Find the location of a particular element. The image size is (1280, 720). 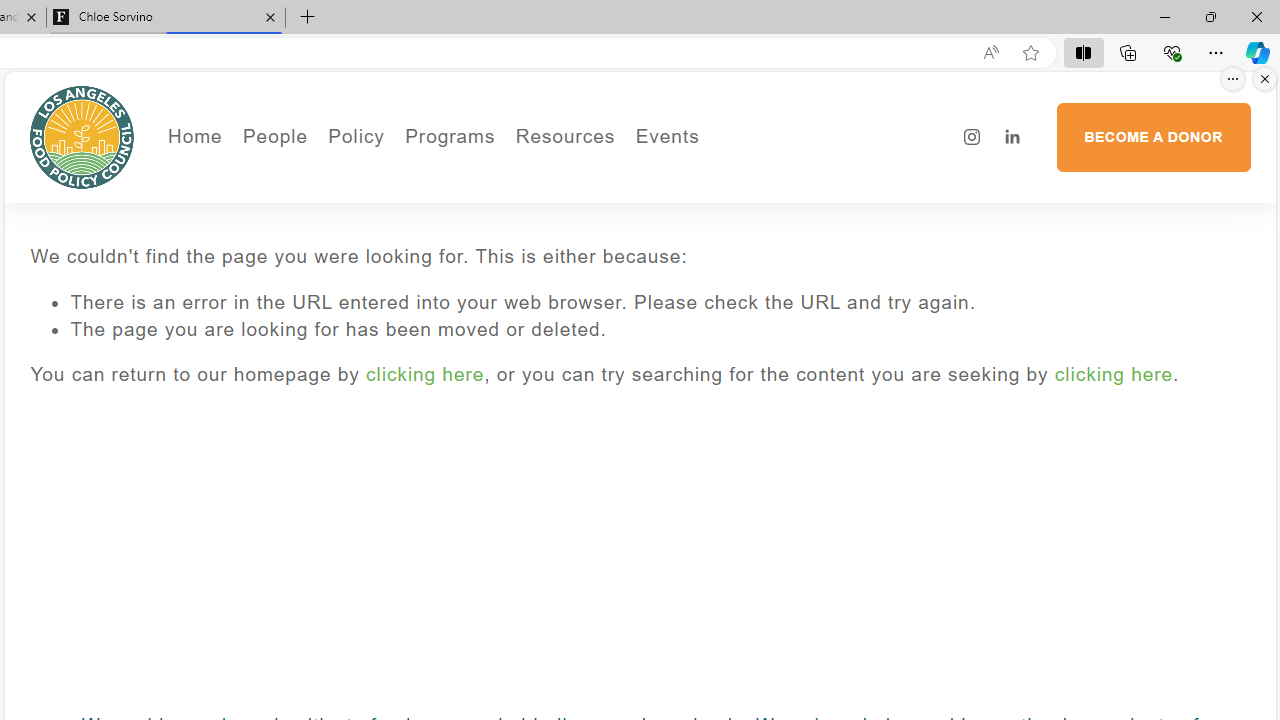

'LinkedIn' is located at coordinates (1012, 136).